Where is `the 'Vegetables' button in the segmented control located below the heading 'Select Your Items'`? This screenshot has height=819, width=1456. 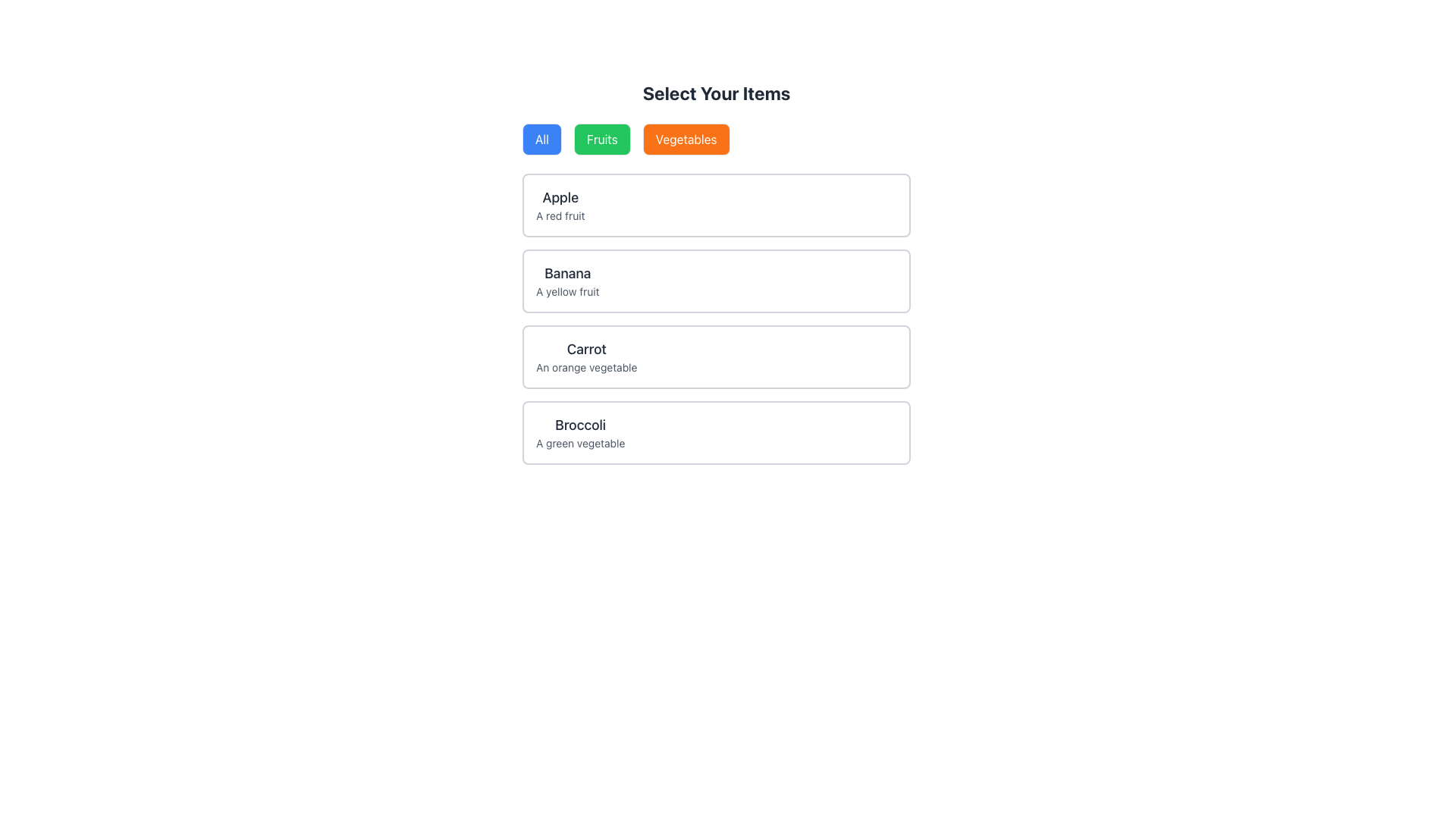
the 'Vegetables' button in the segmented control located below the heading 'Select Your Items' is located at coordinates (716, 140).